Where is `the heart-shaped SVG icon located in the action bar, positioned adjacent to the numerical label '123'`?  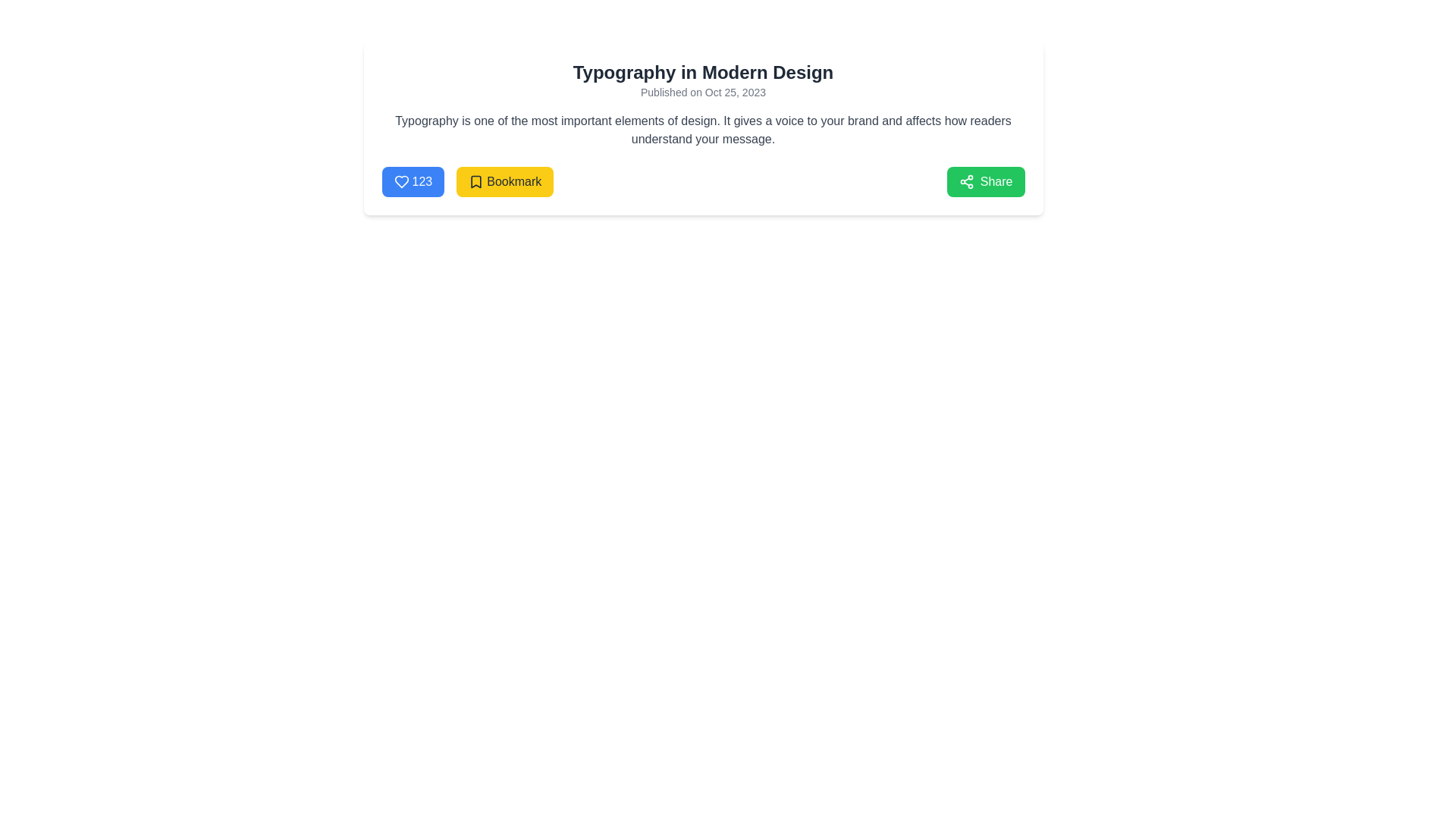
the heart-shaped SVG icon located in the action bar, positioned adjacent to the numerical label '123' is located at coordinates (401, 180).